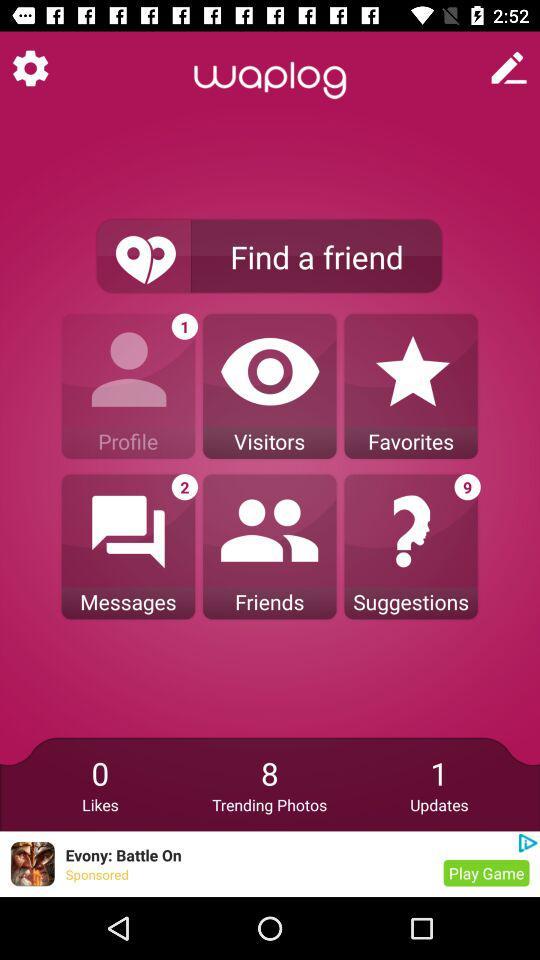 The height and width of the screenshot is (960, 540). What do you see at coordinates (270, 385) in the screenshot?
I see `the option beside the profile option` at bounding box center [270, 385].